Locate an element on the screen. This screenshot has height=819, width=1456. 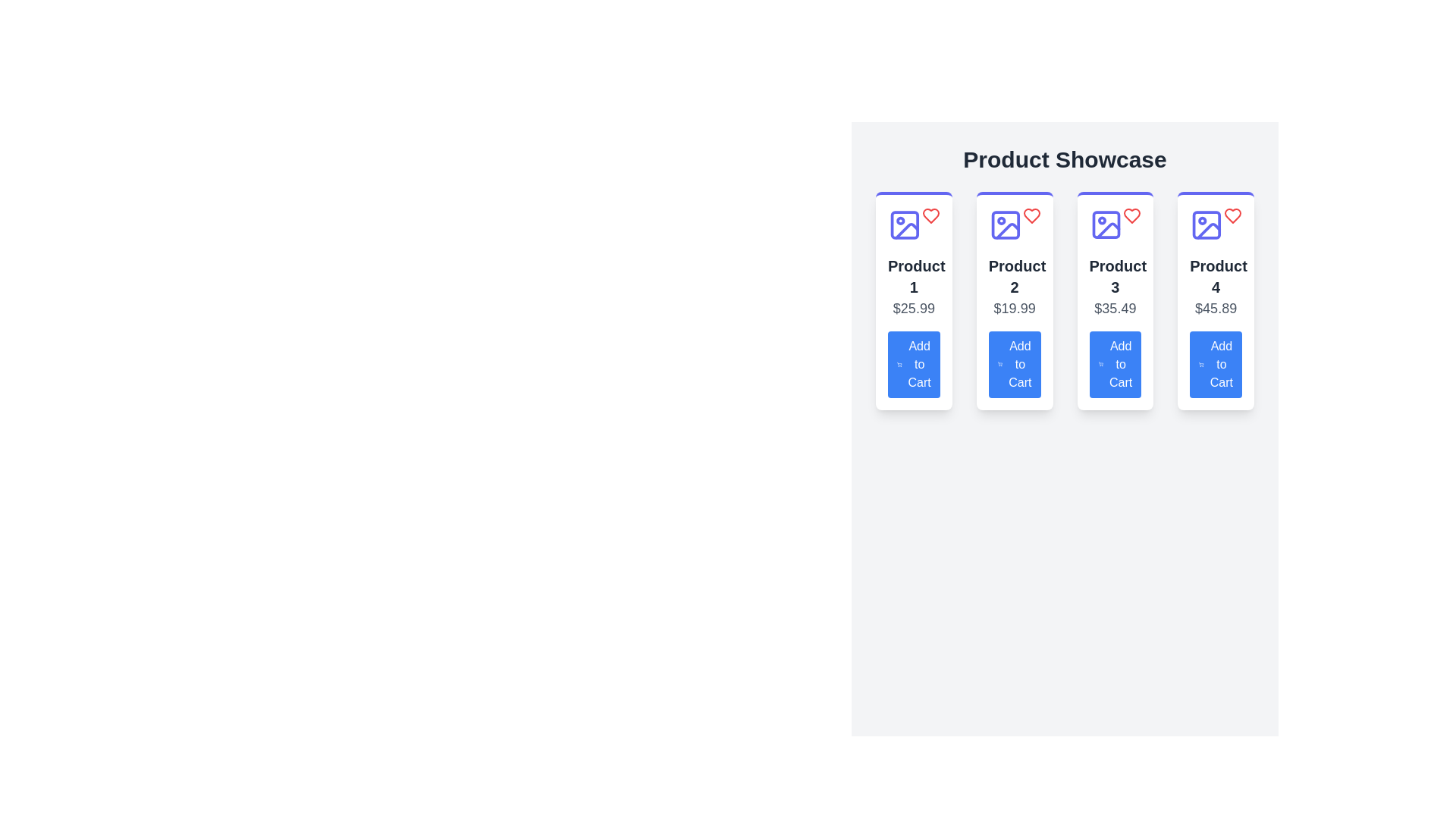
the static text label at the top of the product showcase section is located at coordinates (1064, 160).